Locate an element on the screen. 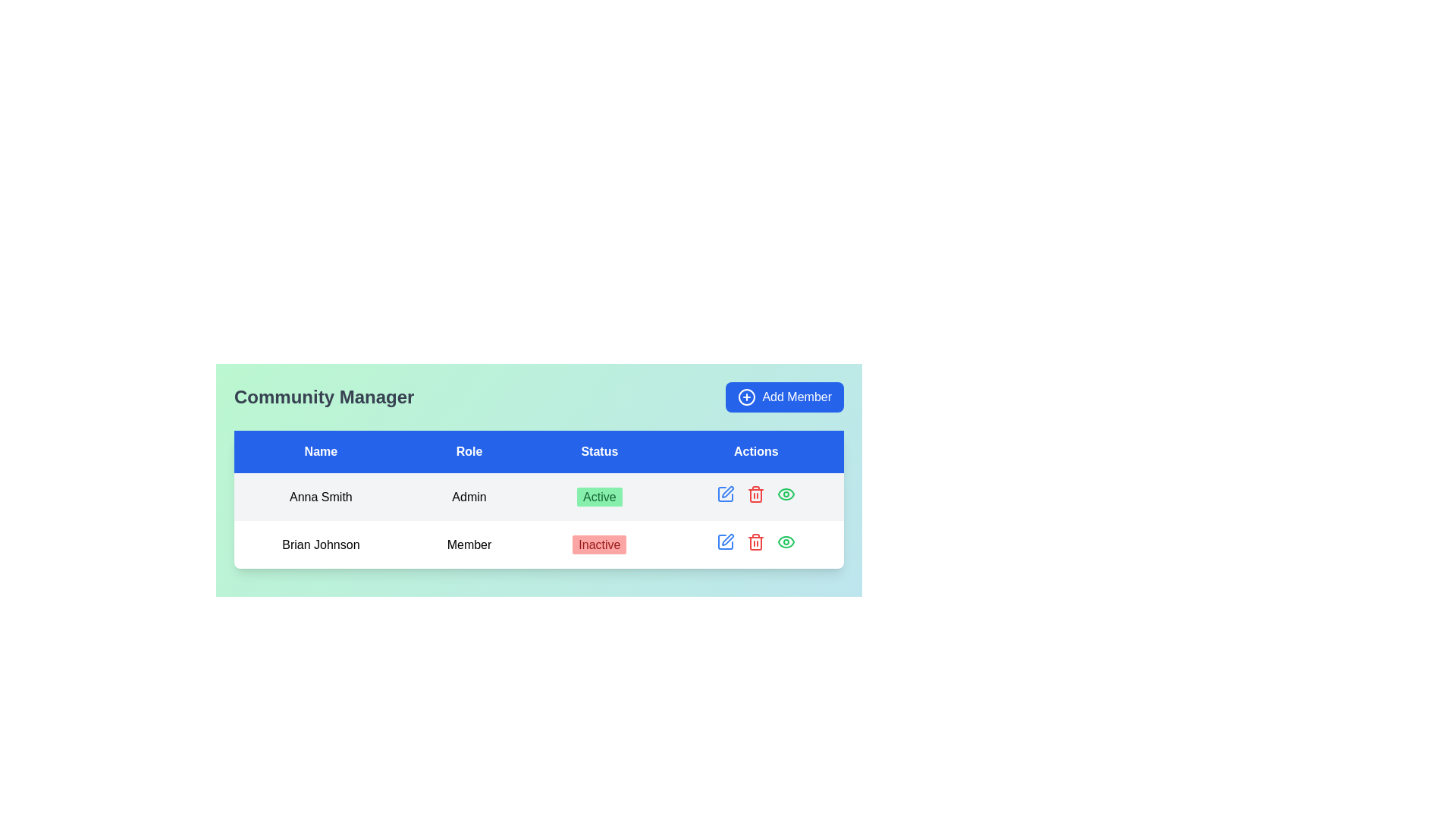 The image size is (1456, 819). the status label or badge indicating that user 'Brian Johnson' is 'Inactive', located in the 'Status' column of the second row under 'Community Manager' is located at coordinates (598, 544).